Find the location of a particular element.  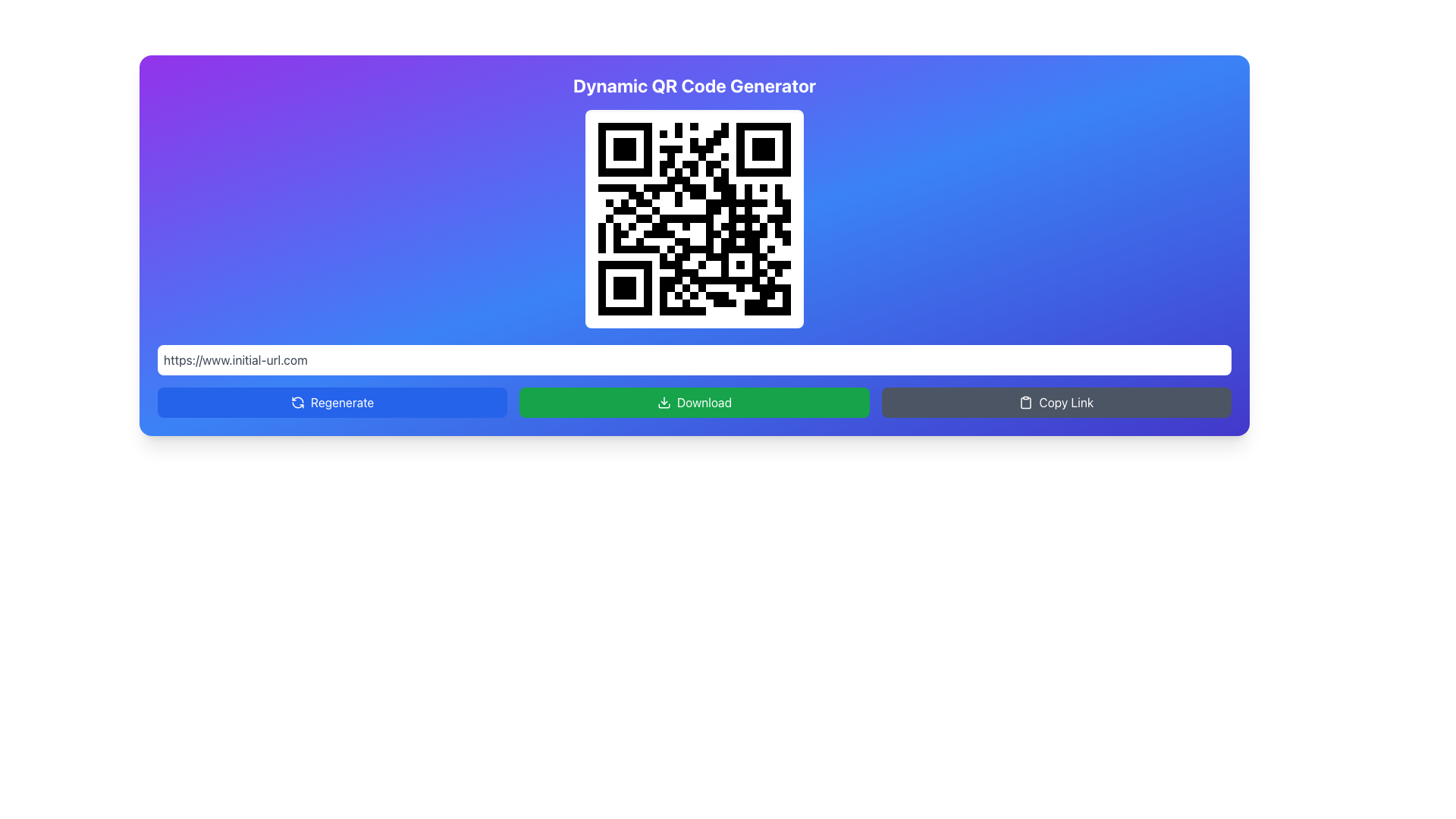

the download button located in the center row of a three-button layout to initiate the download of the QR code file named 'QRCode.png' is located at coordinates (694, 402).